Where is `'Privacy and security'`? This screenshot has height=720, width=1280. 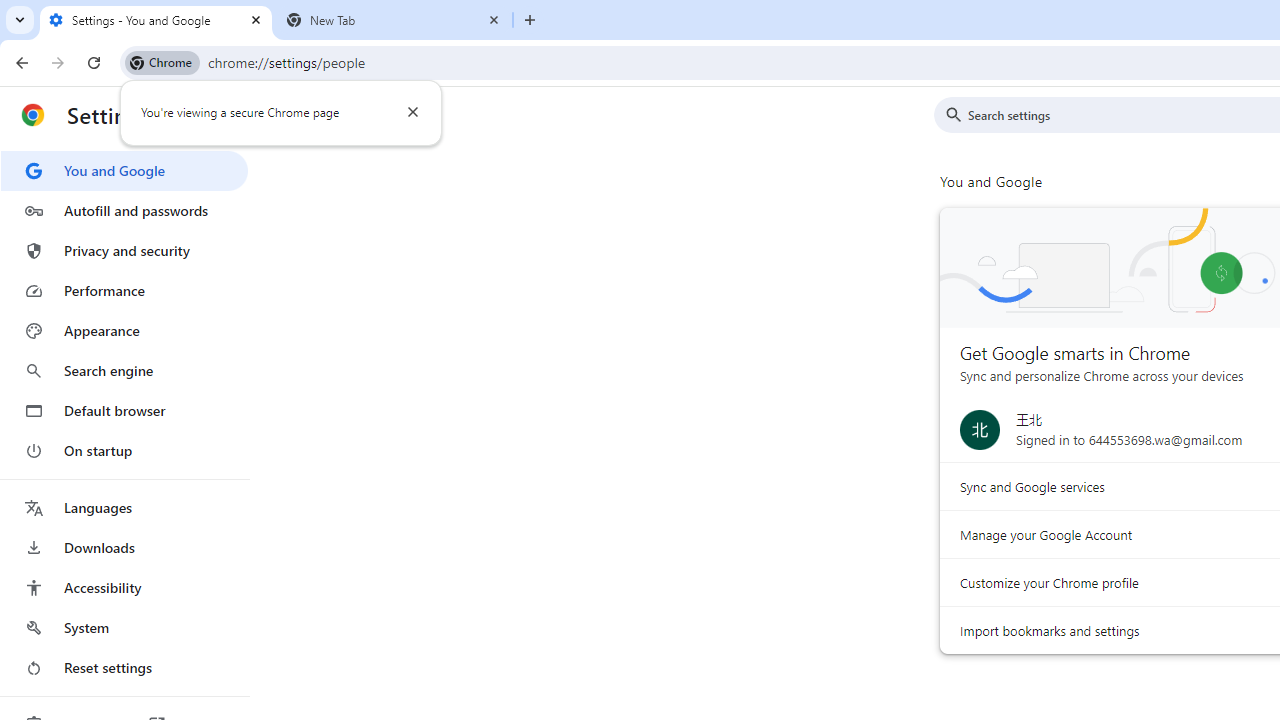 'Privacy and security' is located at coordinates (123, 249).